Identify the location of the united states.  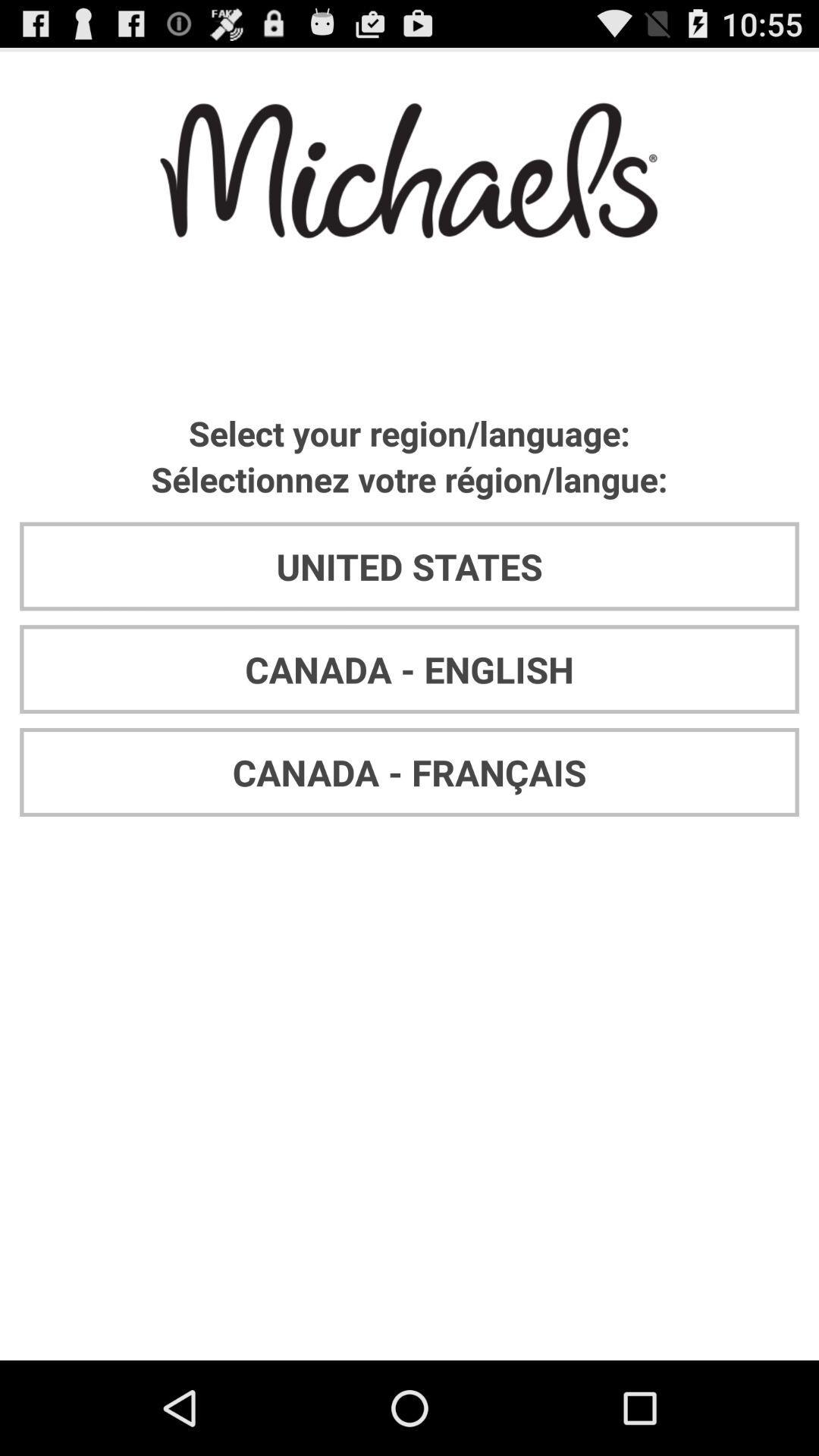
(409, 566).